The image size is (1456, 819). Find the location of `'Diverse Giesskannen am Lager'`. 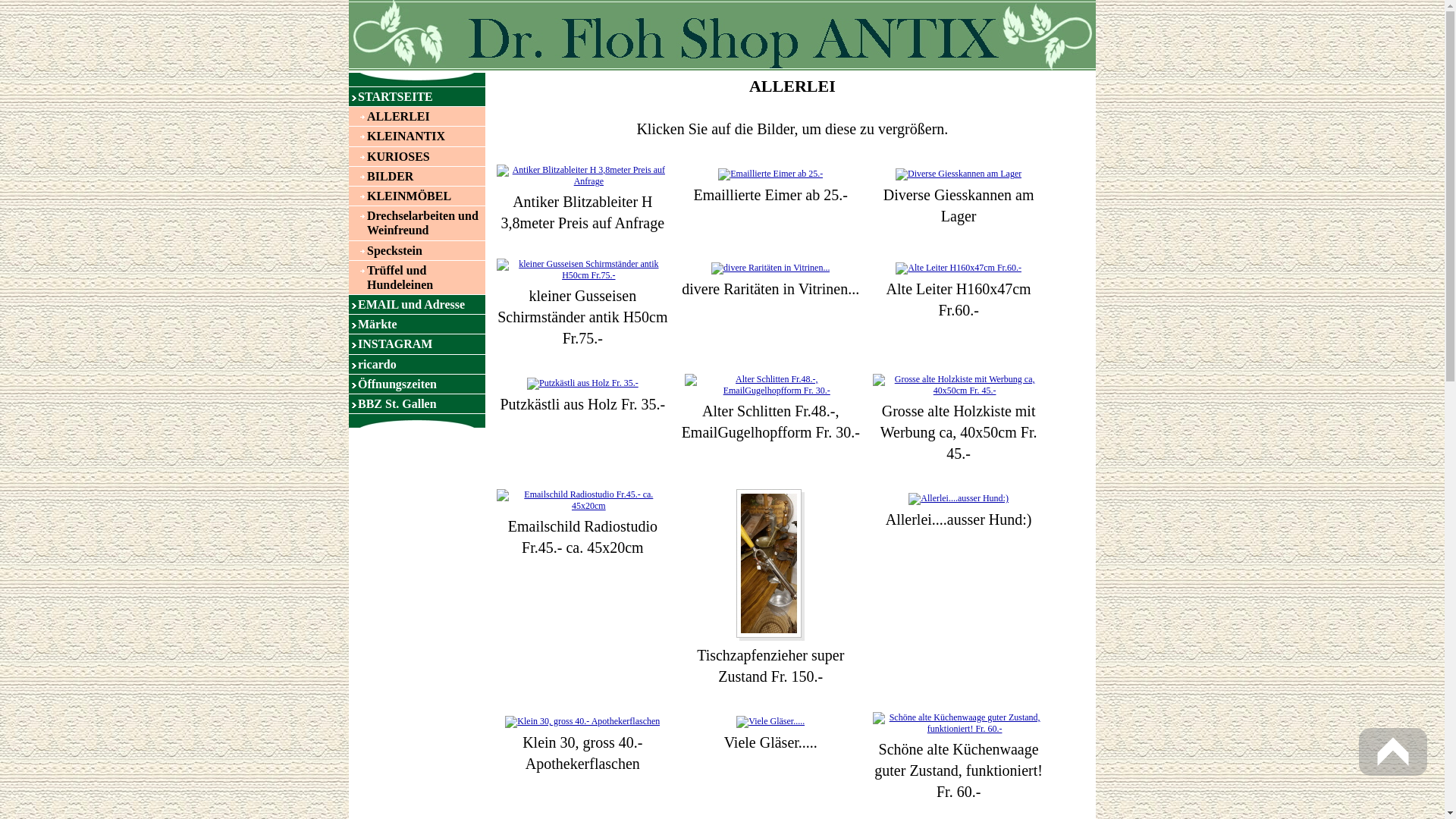

'Diverse Giesskannen am Lager' is located at coordinates (957, 172).